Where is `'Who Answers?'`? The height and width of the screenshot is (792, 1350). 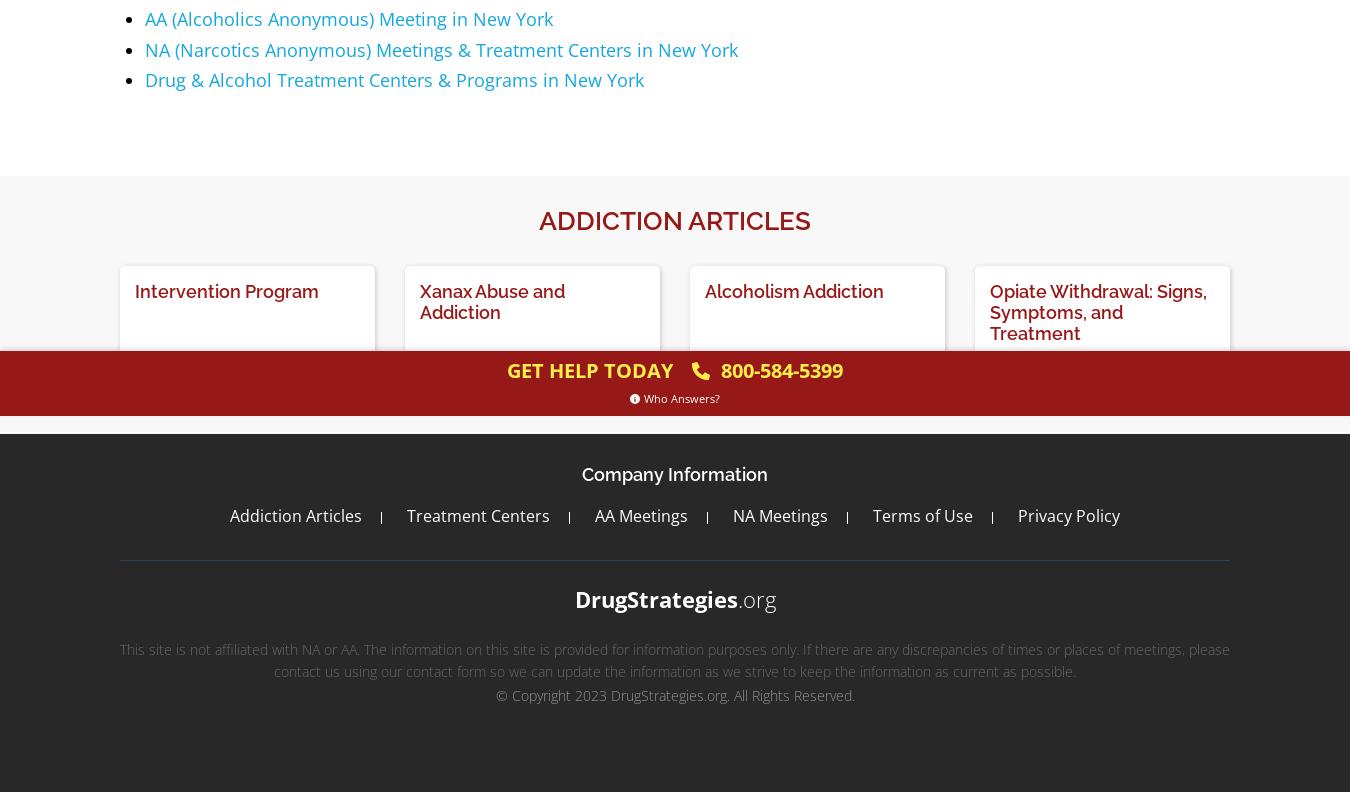
'Who Answers?' is located at coordinates (681, 397).